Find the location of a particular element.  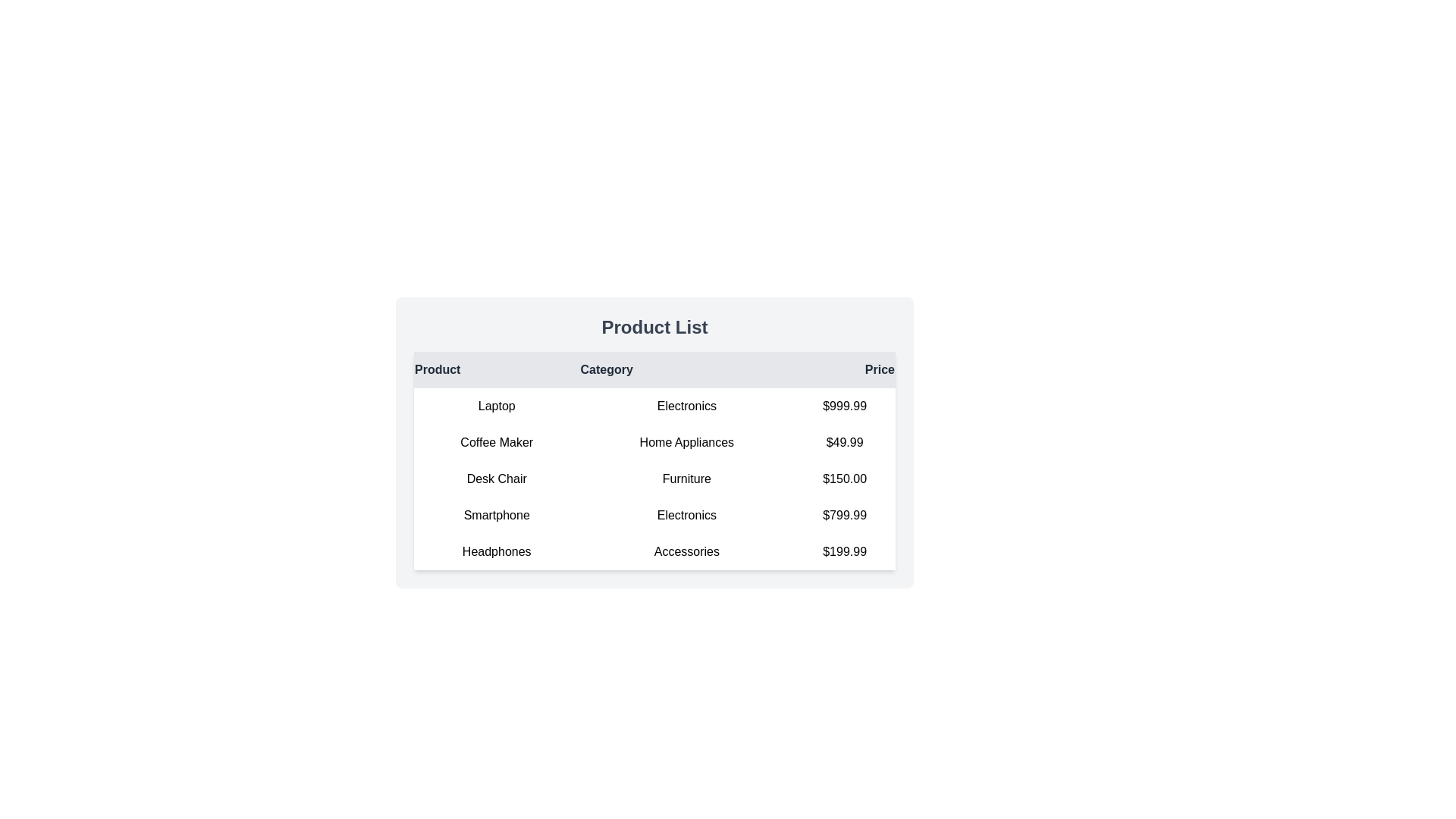

the text label displaying 'Desk Chair', which is centrally aligned in the 'Product' column of the table is located at coordinates (497, 479).